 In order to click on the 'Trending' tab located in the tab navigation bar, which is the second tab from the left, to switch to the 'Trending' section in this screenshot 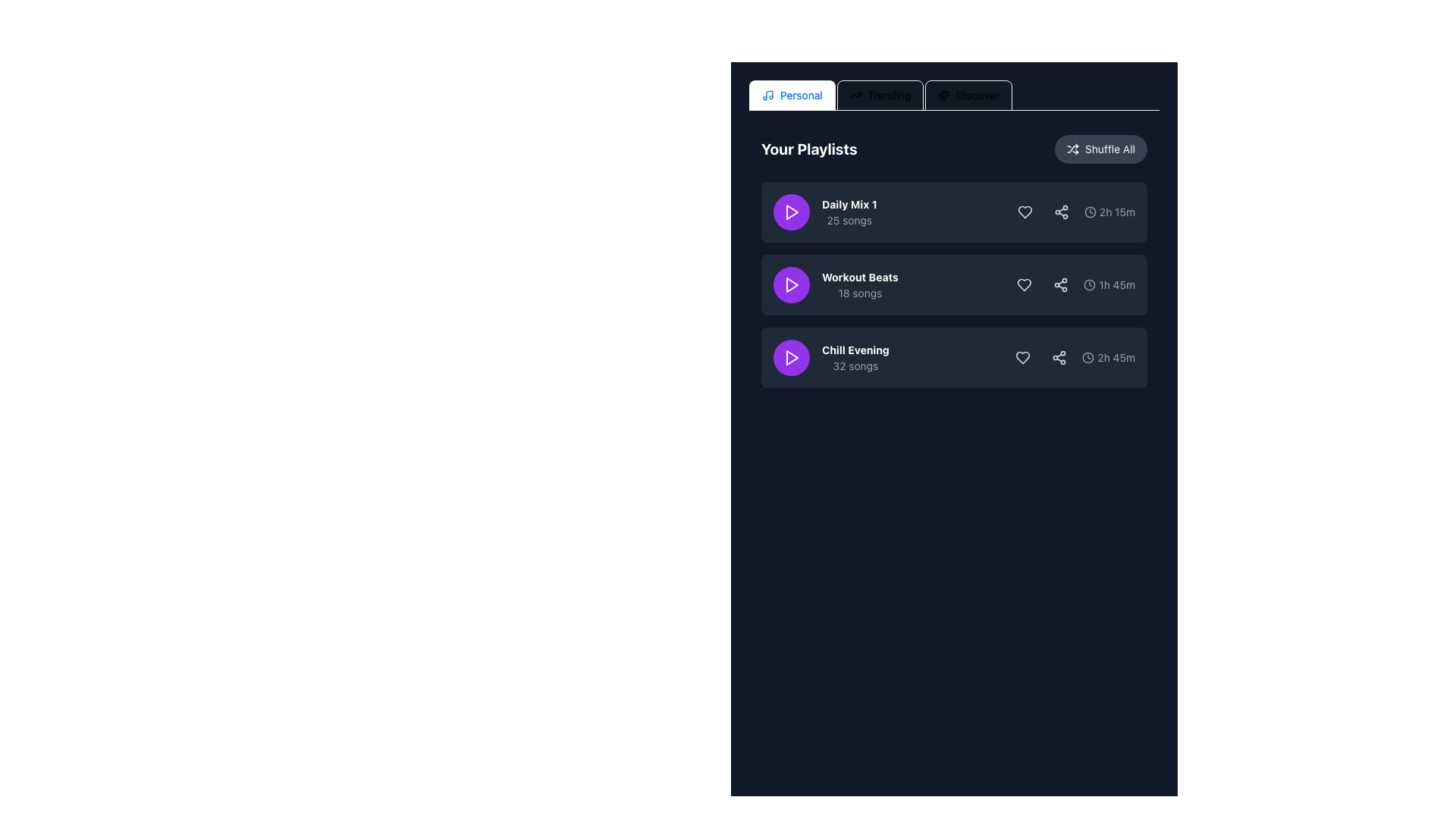, I will do `click(880, 96)`.